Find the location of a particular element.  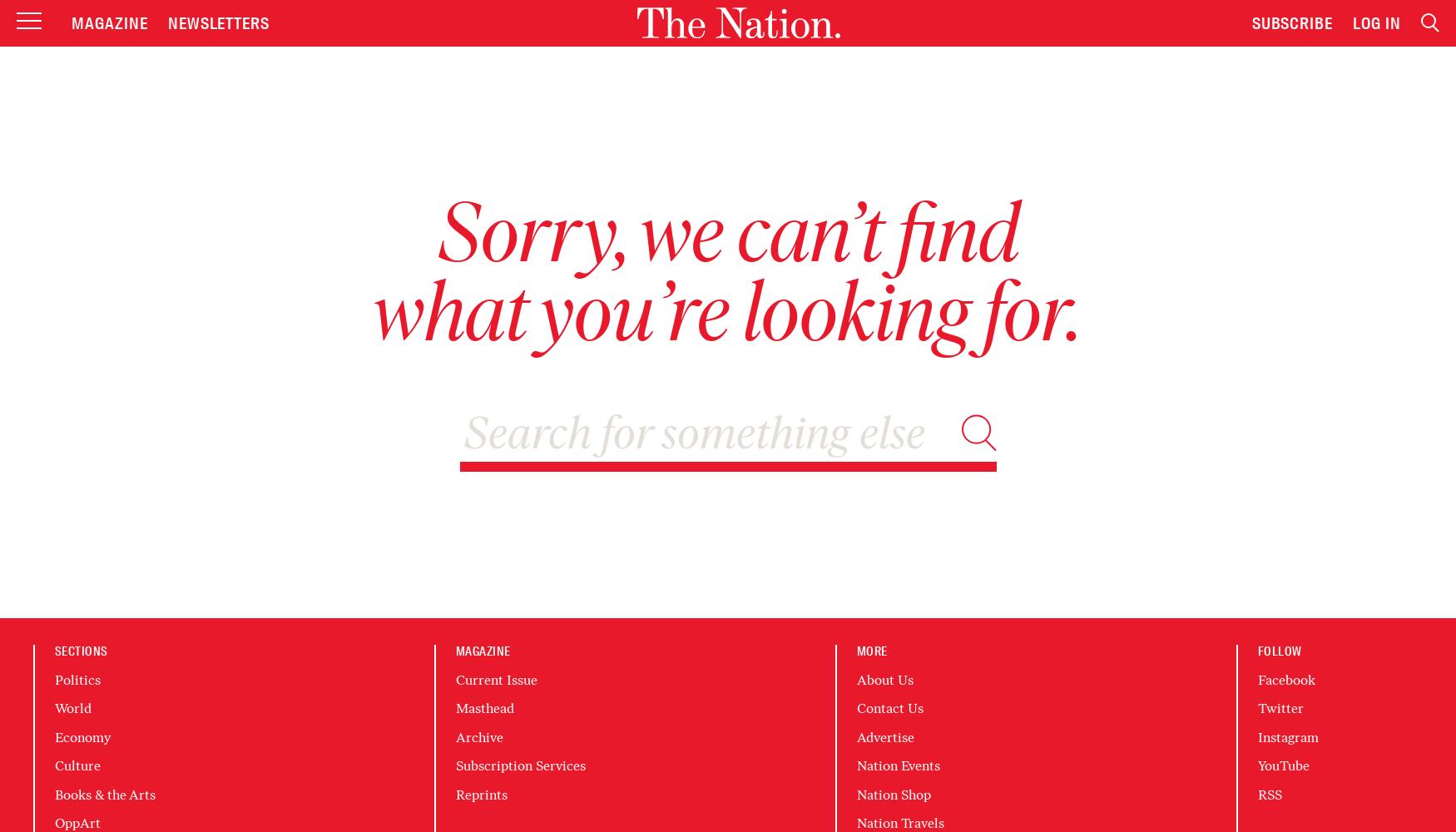

'Follow' is located at coordinates (1279, 651).